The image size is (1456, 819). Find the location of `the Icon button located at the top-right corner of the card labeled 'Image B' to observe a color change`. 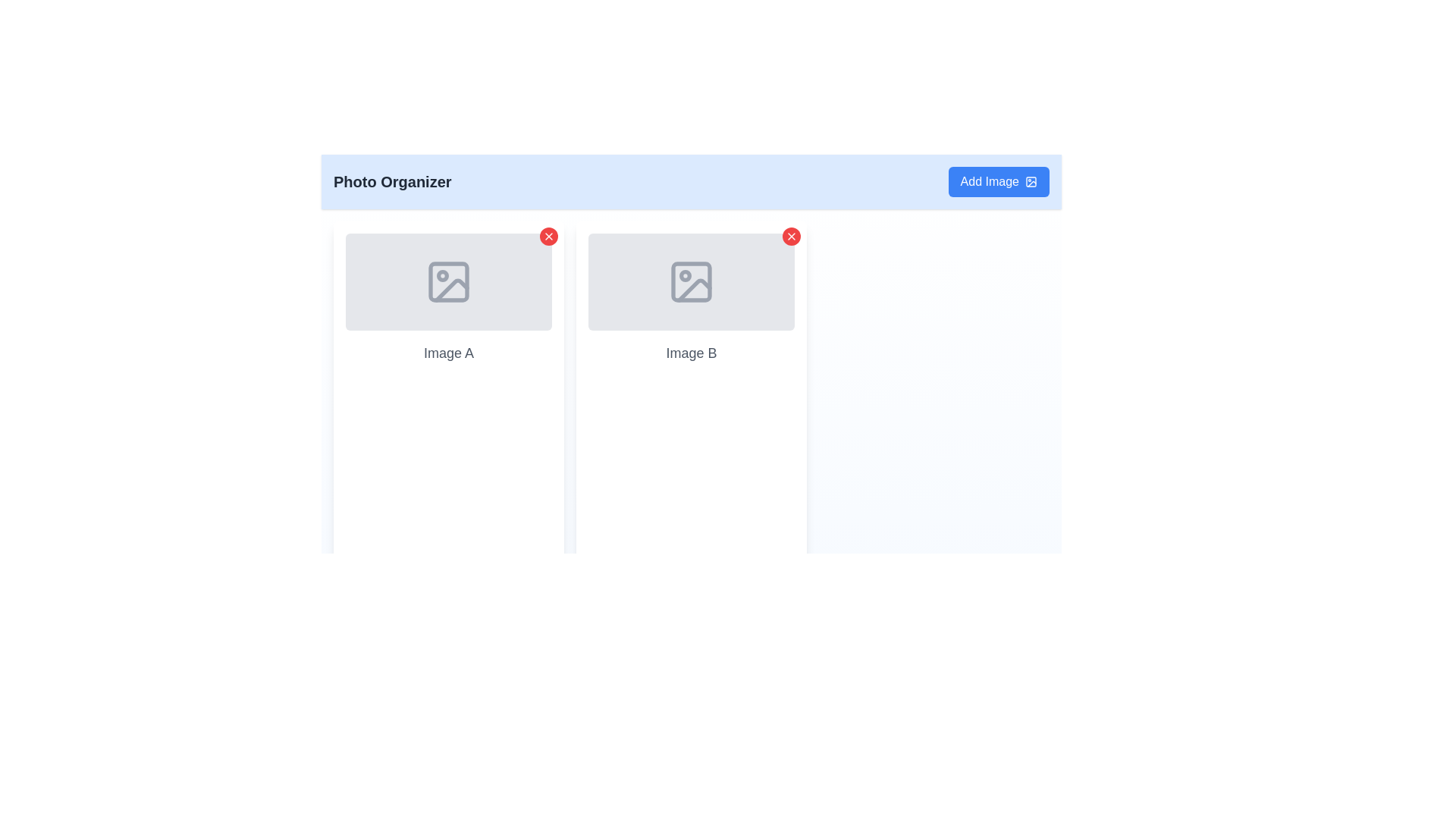

the Icon button located at the top-right corner of the card labeled 'Image B' to observe a color change is located at coordinates (790, 237).